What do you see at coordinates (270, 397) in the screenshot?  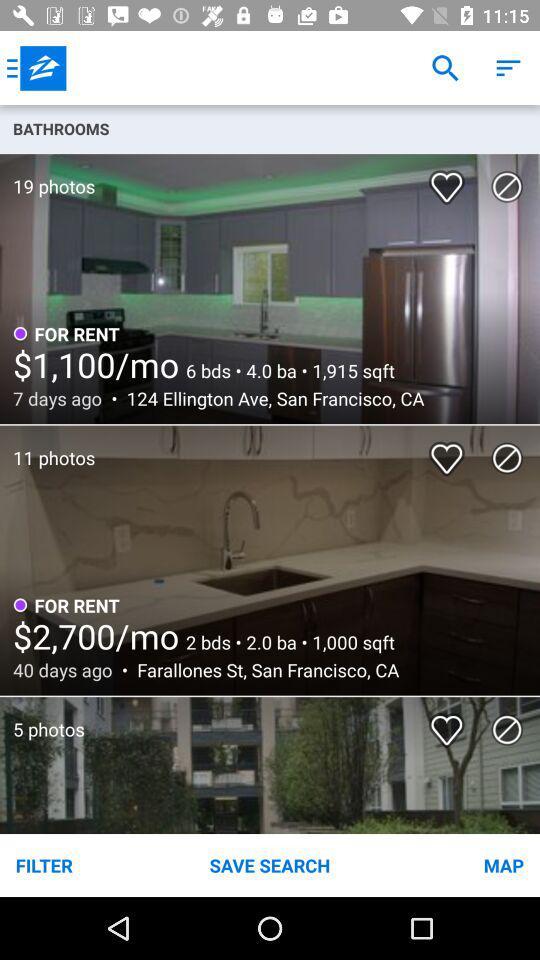 I see `icon below the $1,100/mo item` at bounding box center [270, 397].